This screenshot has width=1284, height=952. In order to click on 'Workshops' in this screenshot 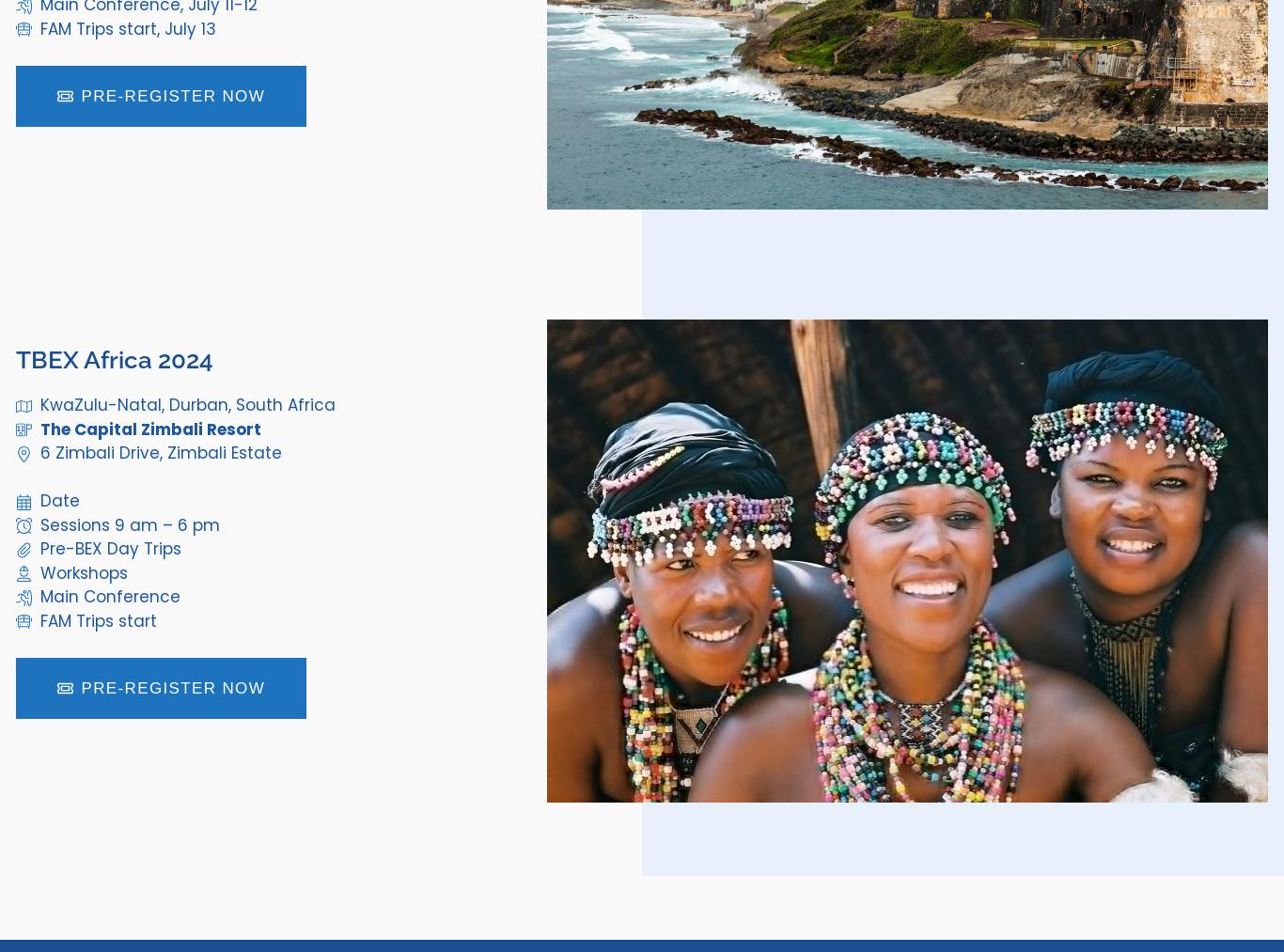, I will do `click(83, 571)`.